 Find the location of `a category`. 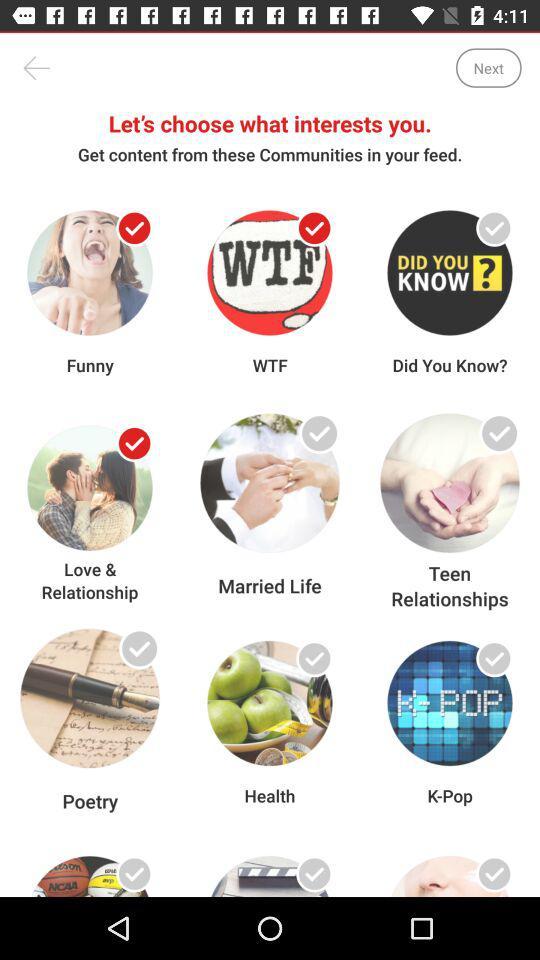

a category is located at coordinates (134, 657).